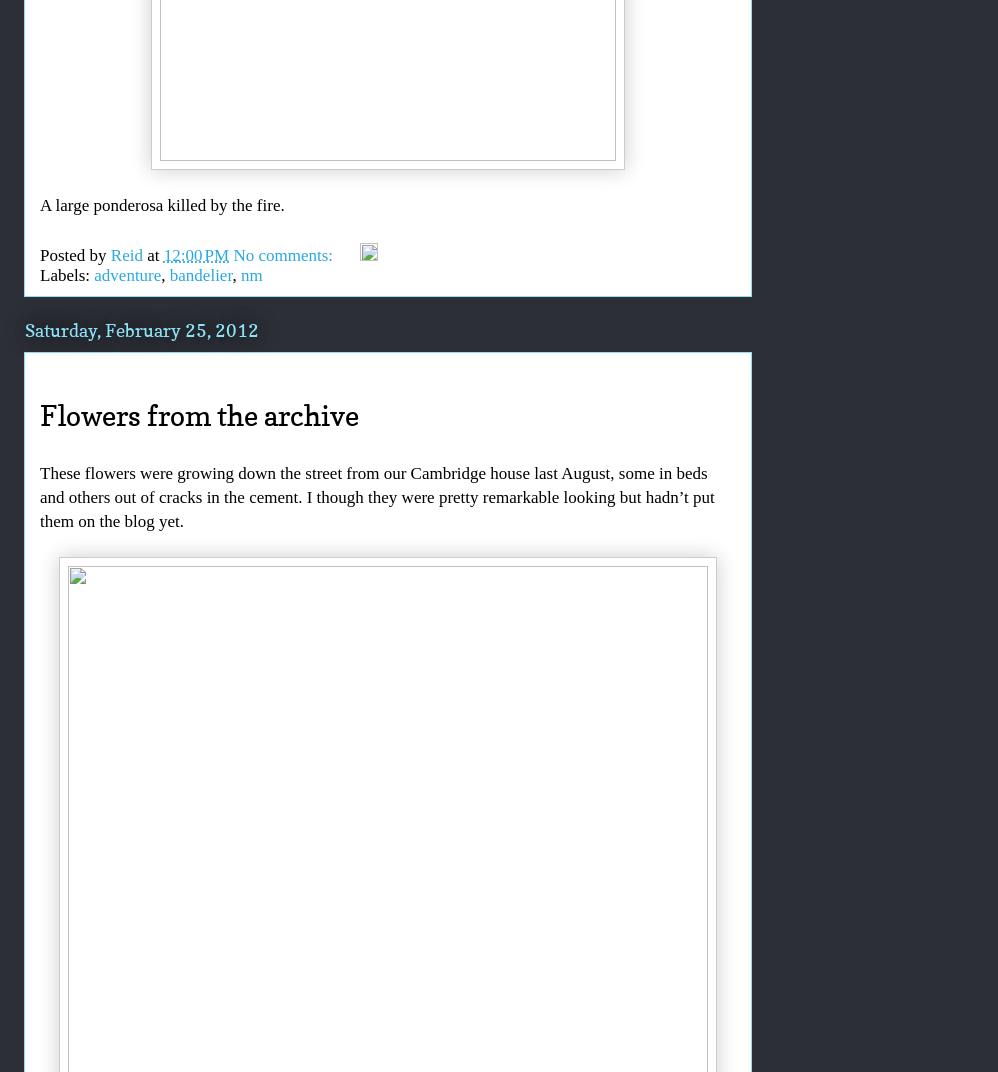 This screenshot has width=998, height=1072. Describe the element at coordinates (284, 254) in the screenshot. I see `'No comments:'` at that location.